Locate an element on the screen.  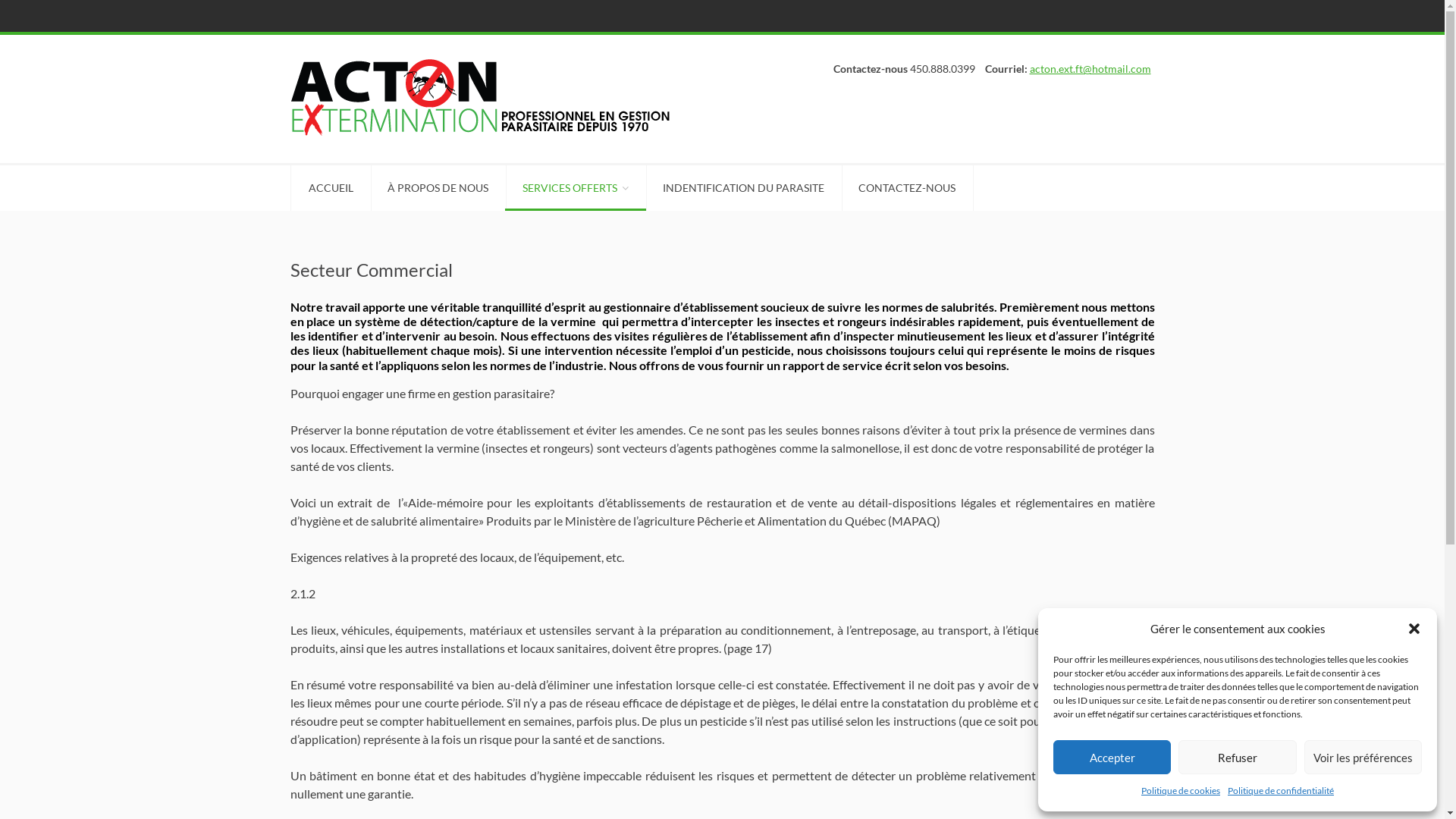
'CONTACTEZ-NOUS' is located at coordinates (906, 187).